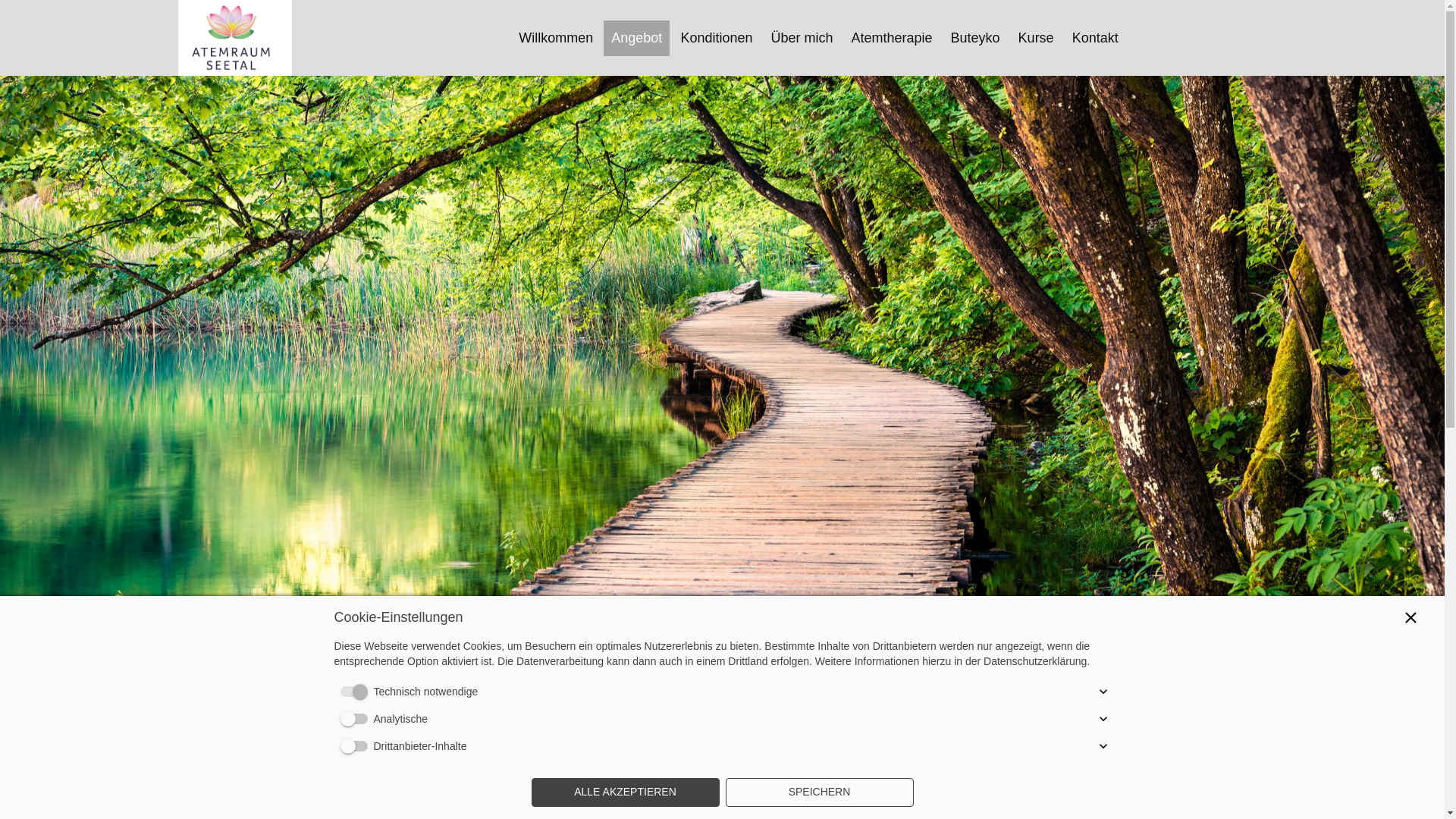 Image resolution: width=1456 pixels, height=819 pixels. What do you see at coordinates (818, 792) in the screenshot?
I see `'SPEICHERN'` at bounding box center [818, 792].